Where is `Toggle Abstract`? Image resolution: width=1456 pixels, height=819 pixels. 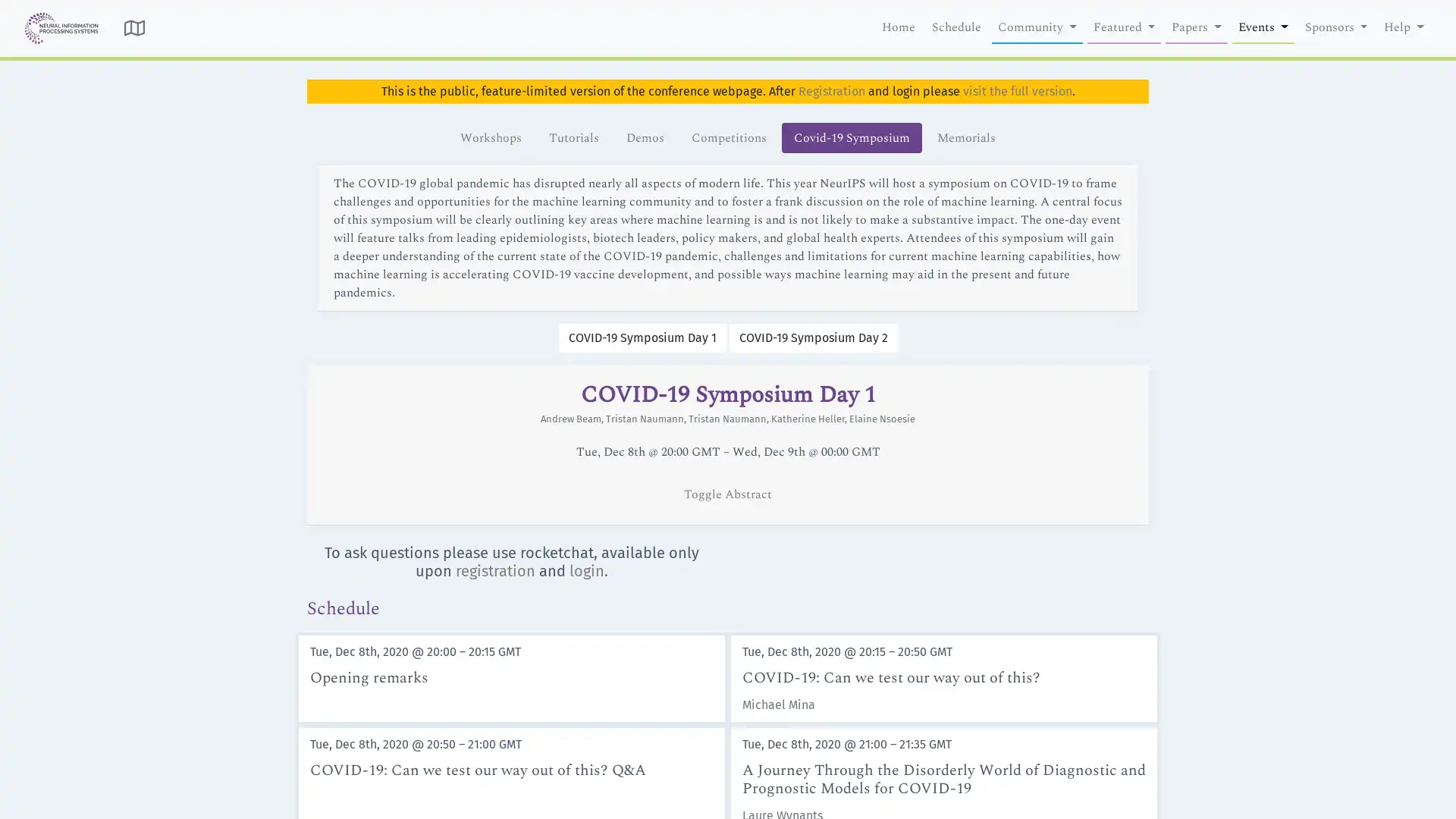 Toggle Abstract is located at coordinates (728, 494).